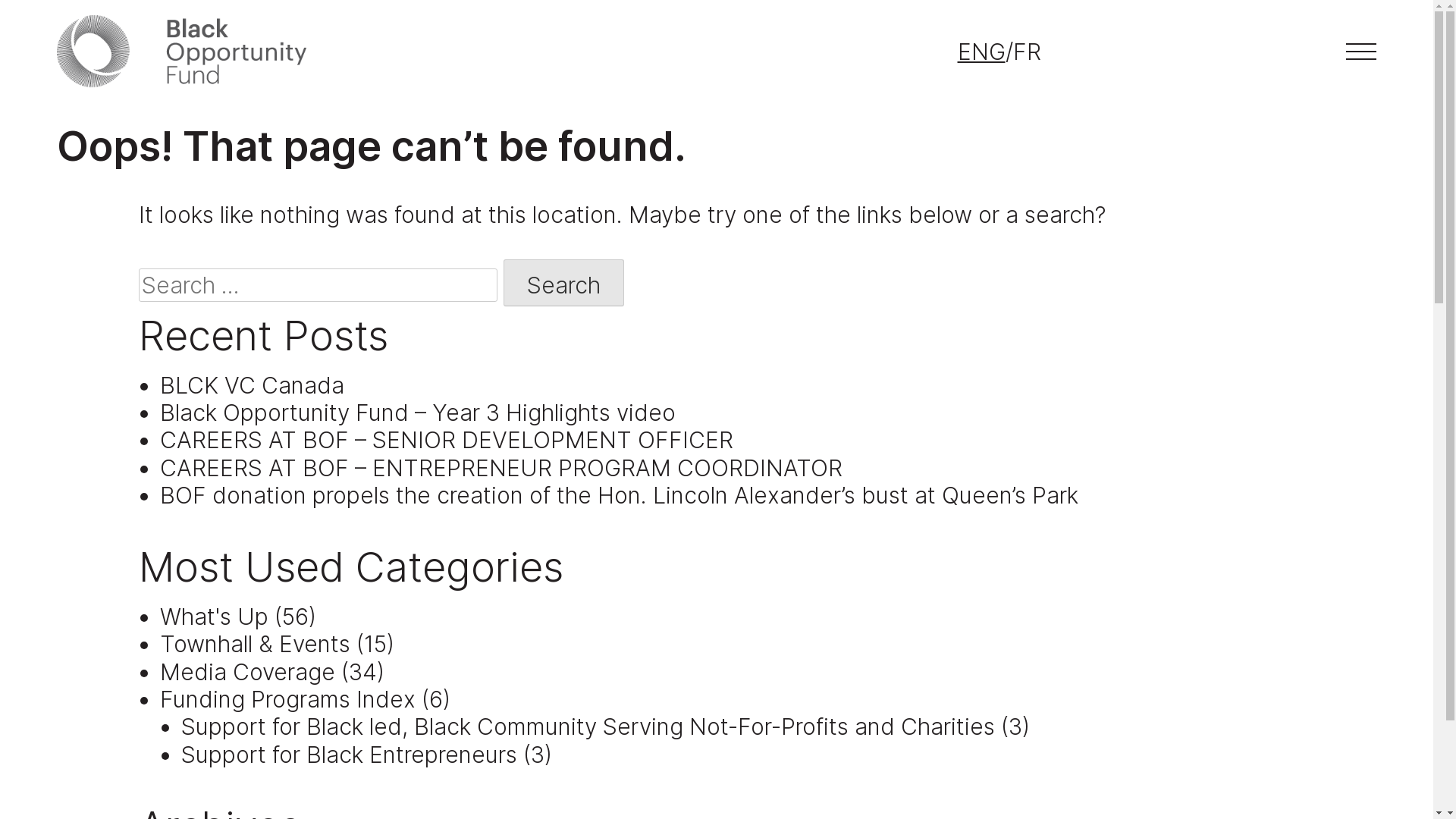 Image resolution: width=1456 pixels, height=819 pixels. I want to click on 'Townhall & Events', so click(255, 643).